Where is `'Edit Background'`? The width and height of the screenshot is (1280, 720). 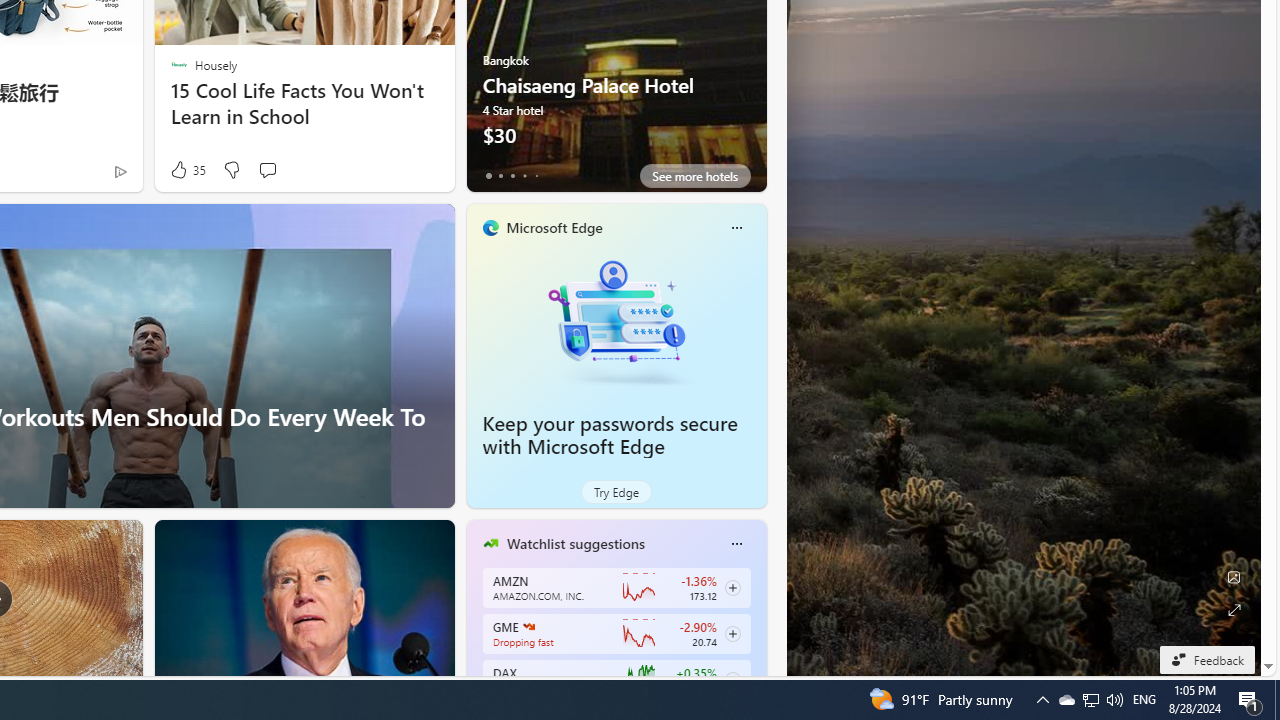
'Edit Background' is located at coordinates (1232, 577).